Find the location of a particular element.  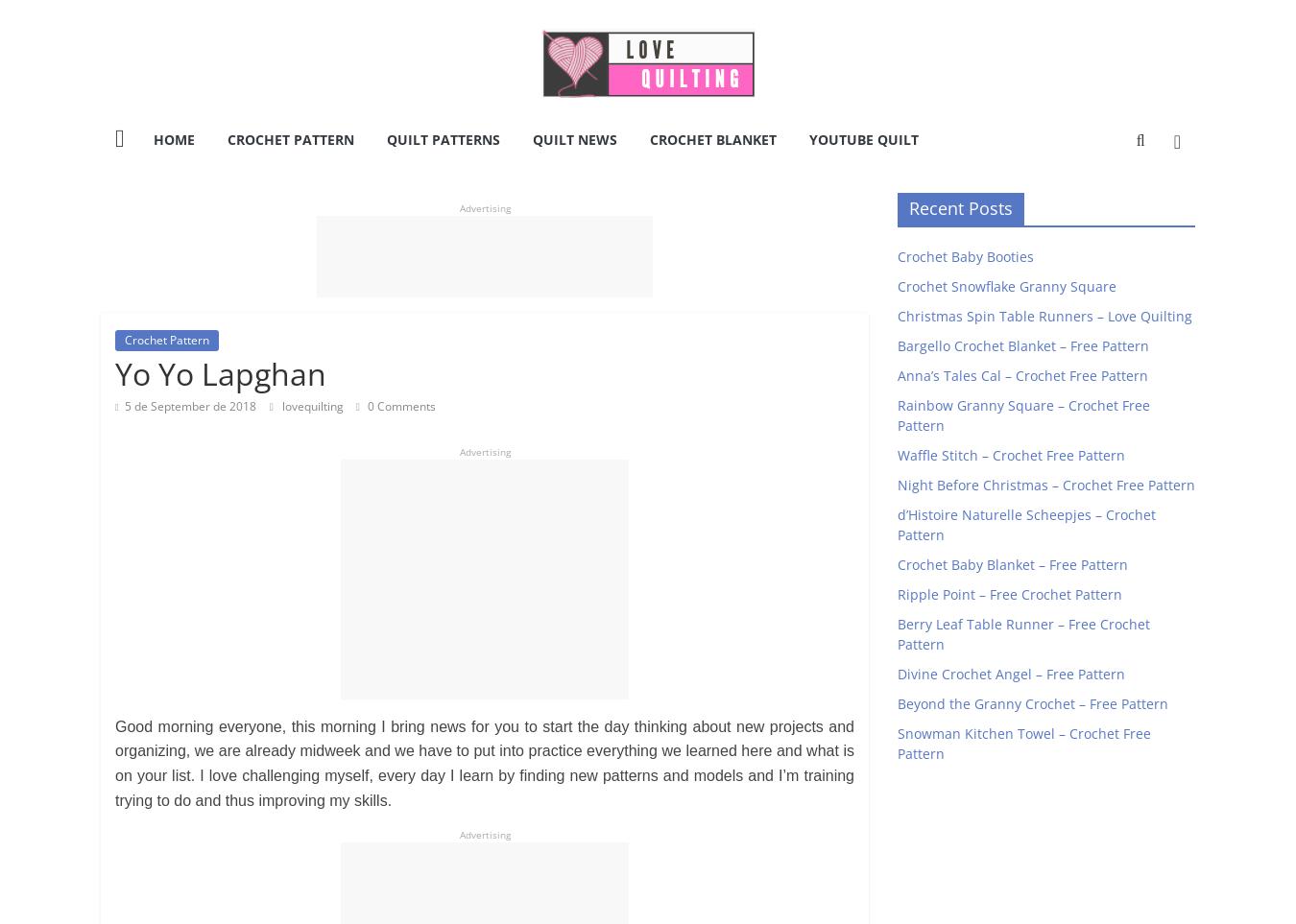

'Berry Leaf Table Runner – Free Crochet Pattern' is located at coordinates (1023, 633).